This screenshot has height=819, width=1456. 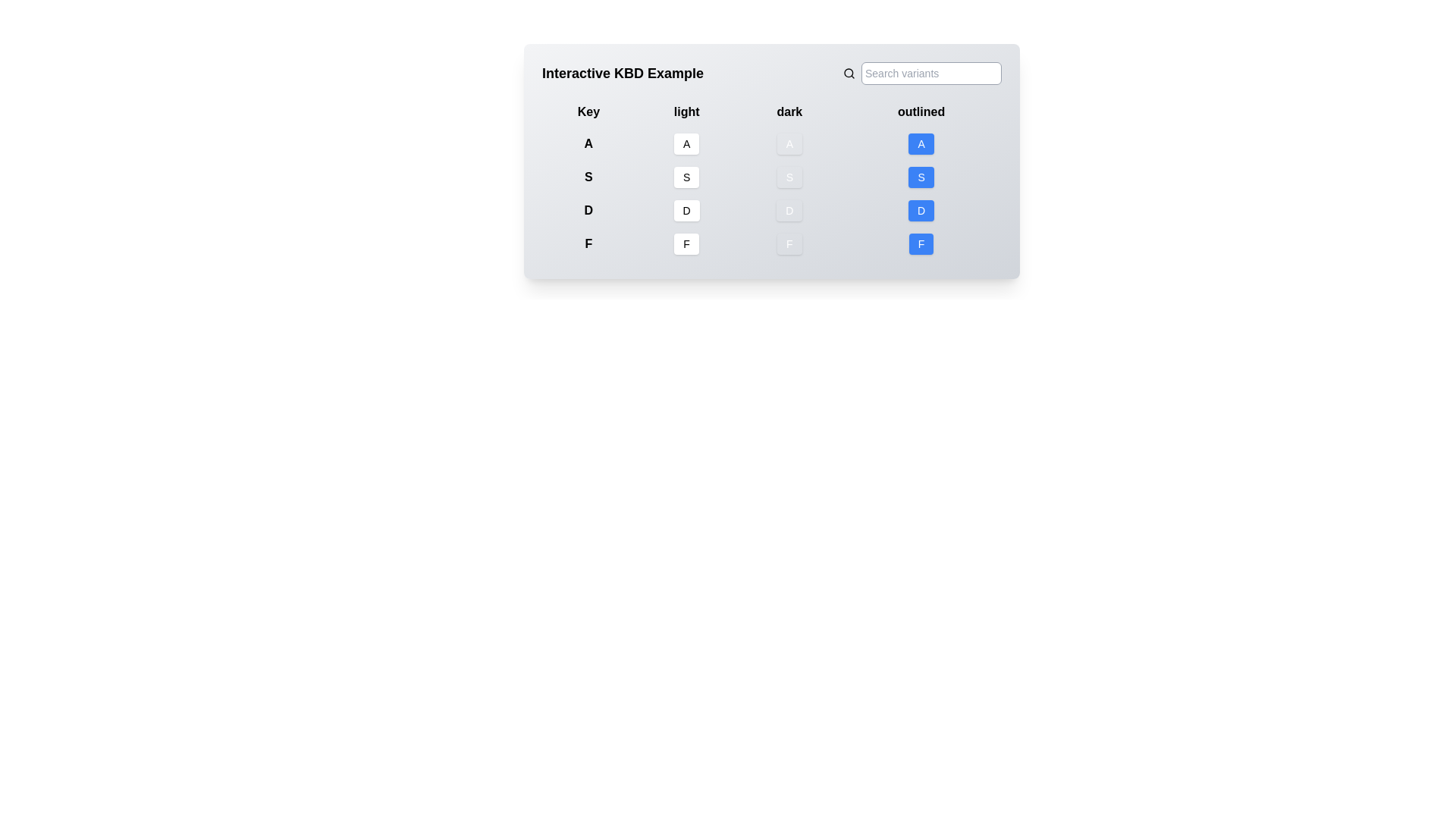 I want to click on the rectangular button with rounded corners, blue background, and white text displaying 'A', located in the first row of the outlined column of the interactive keyboard example interface, so click(x=921, y=143).